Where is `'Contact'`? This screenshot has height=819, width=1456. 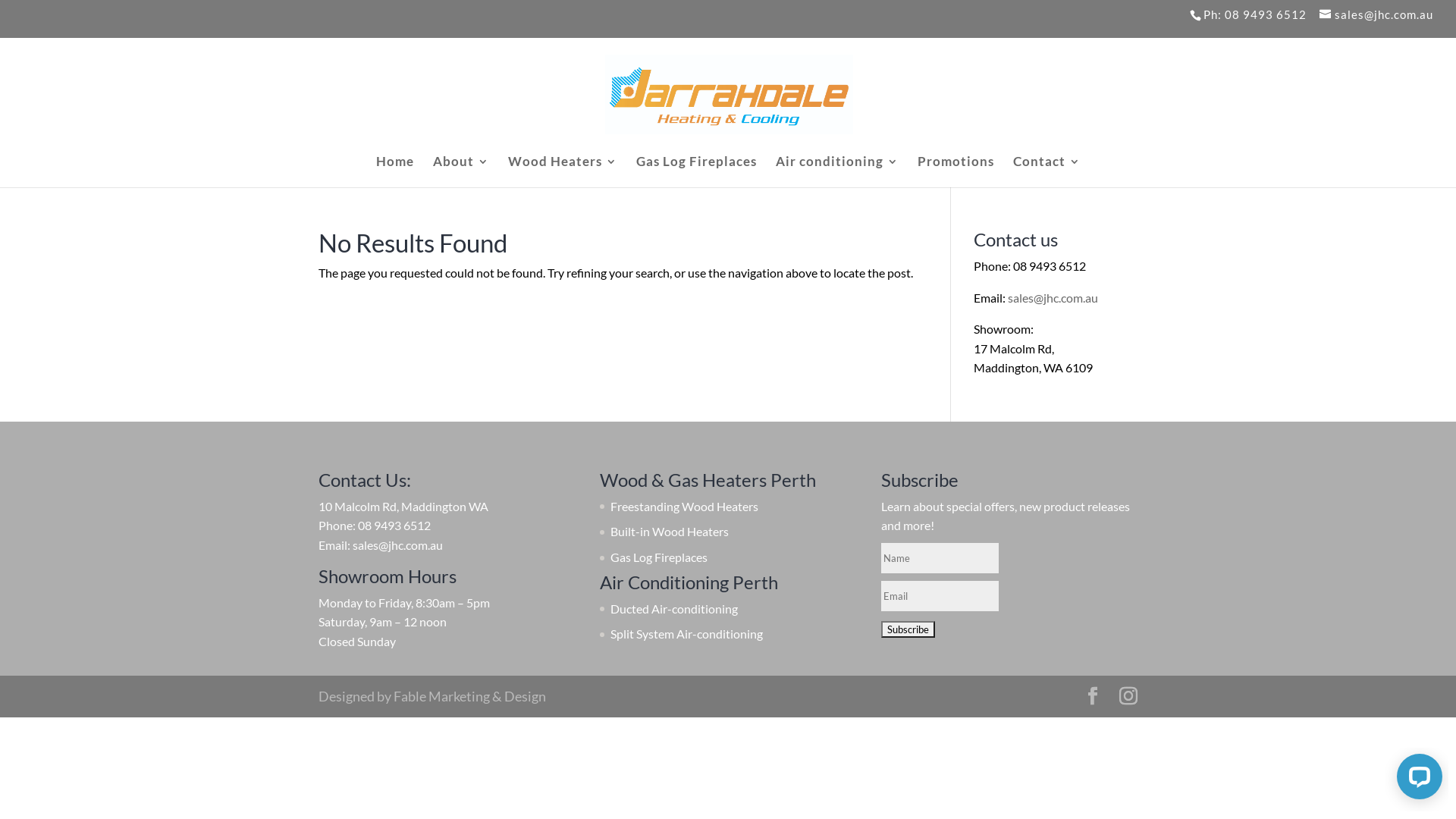
'Contact' is located at coordinates (1046, 171).